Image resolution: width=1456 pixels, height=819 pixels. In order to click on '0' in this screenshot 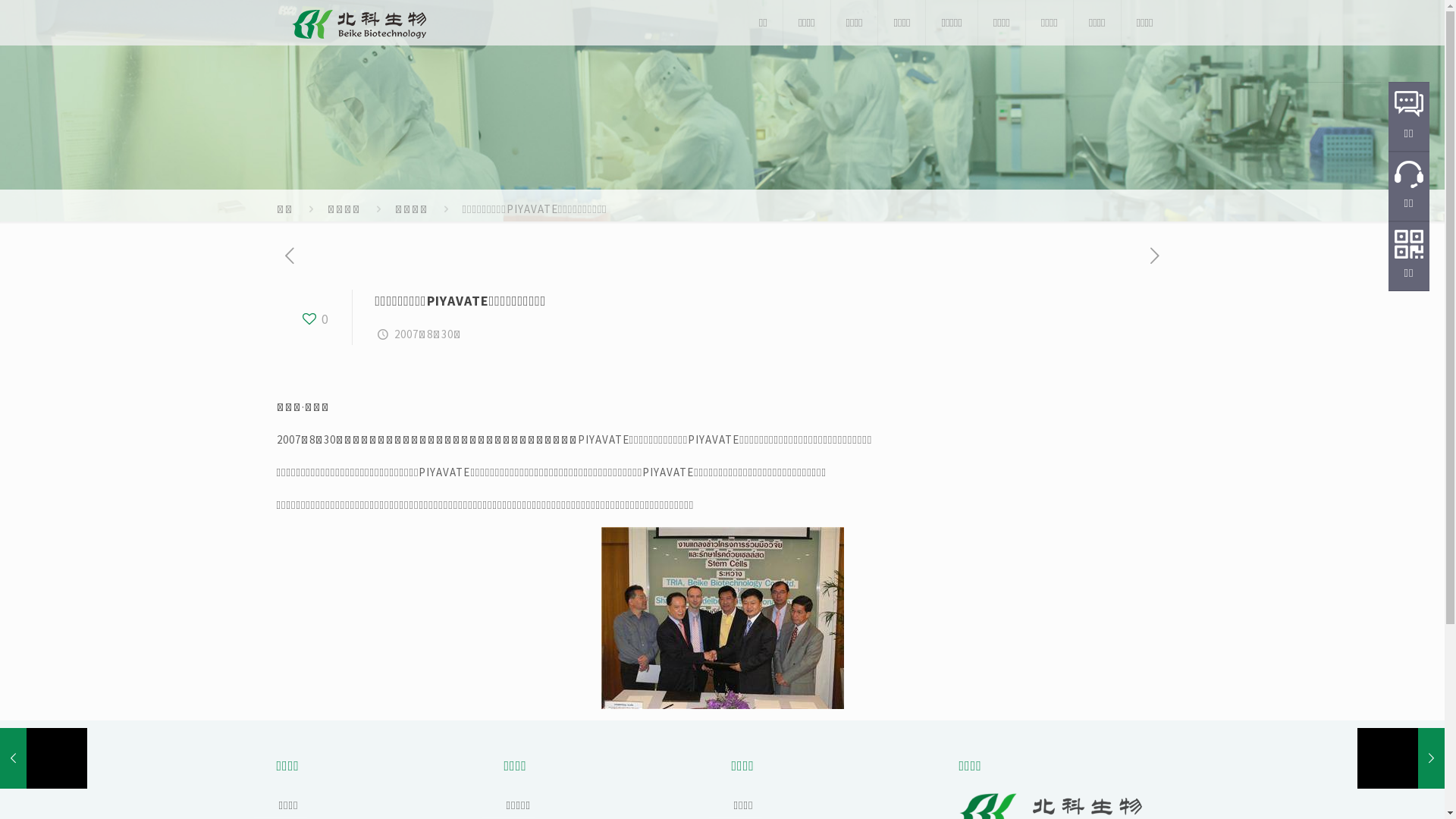, I will do `click(313, 318)`.